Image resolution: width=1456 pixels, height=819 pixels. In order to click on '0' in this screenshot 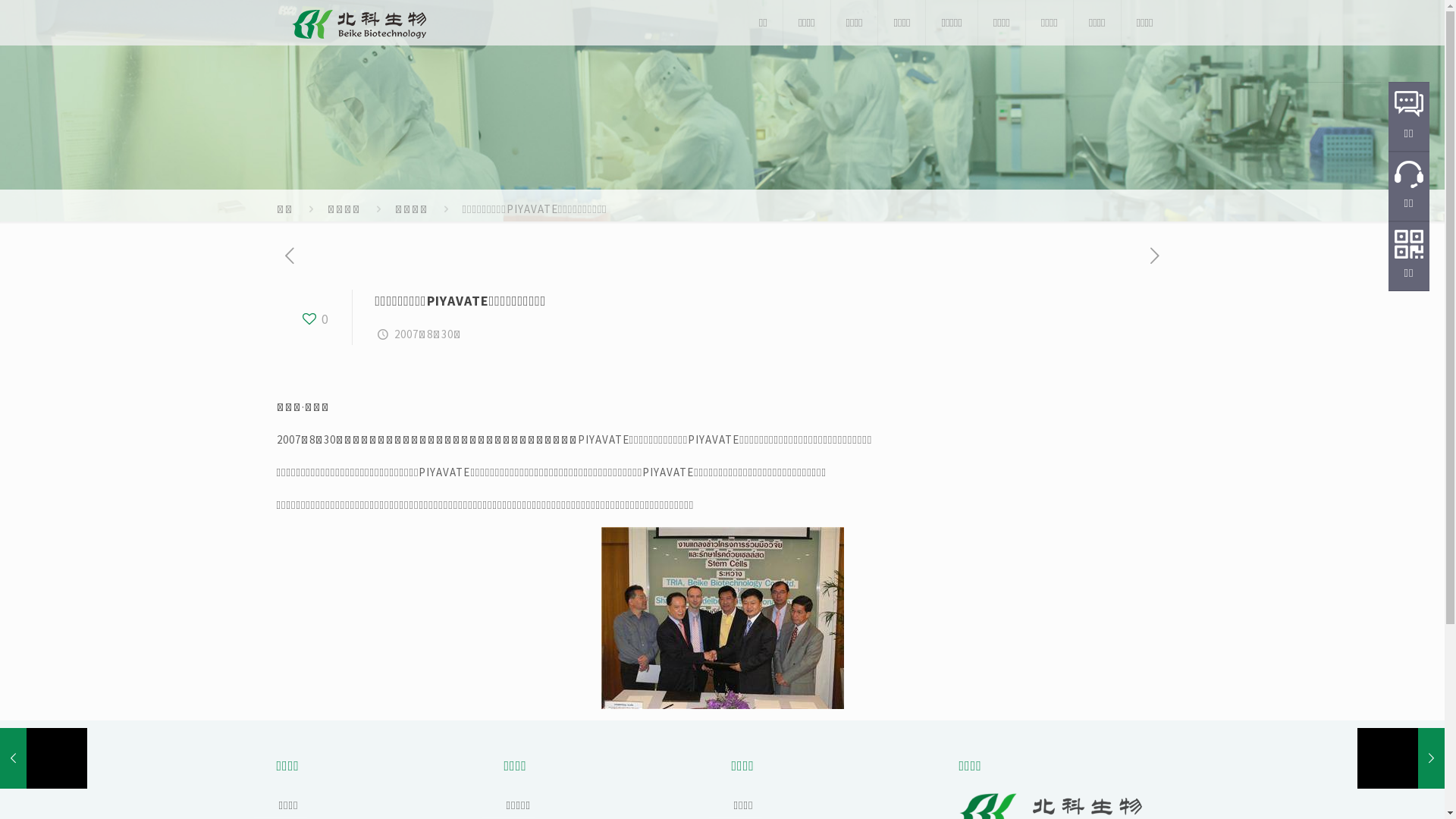, I will do `click(313, 318)`.